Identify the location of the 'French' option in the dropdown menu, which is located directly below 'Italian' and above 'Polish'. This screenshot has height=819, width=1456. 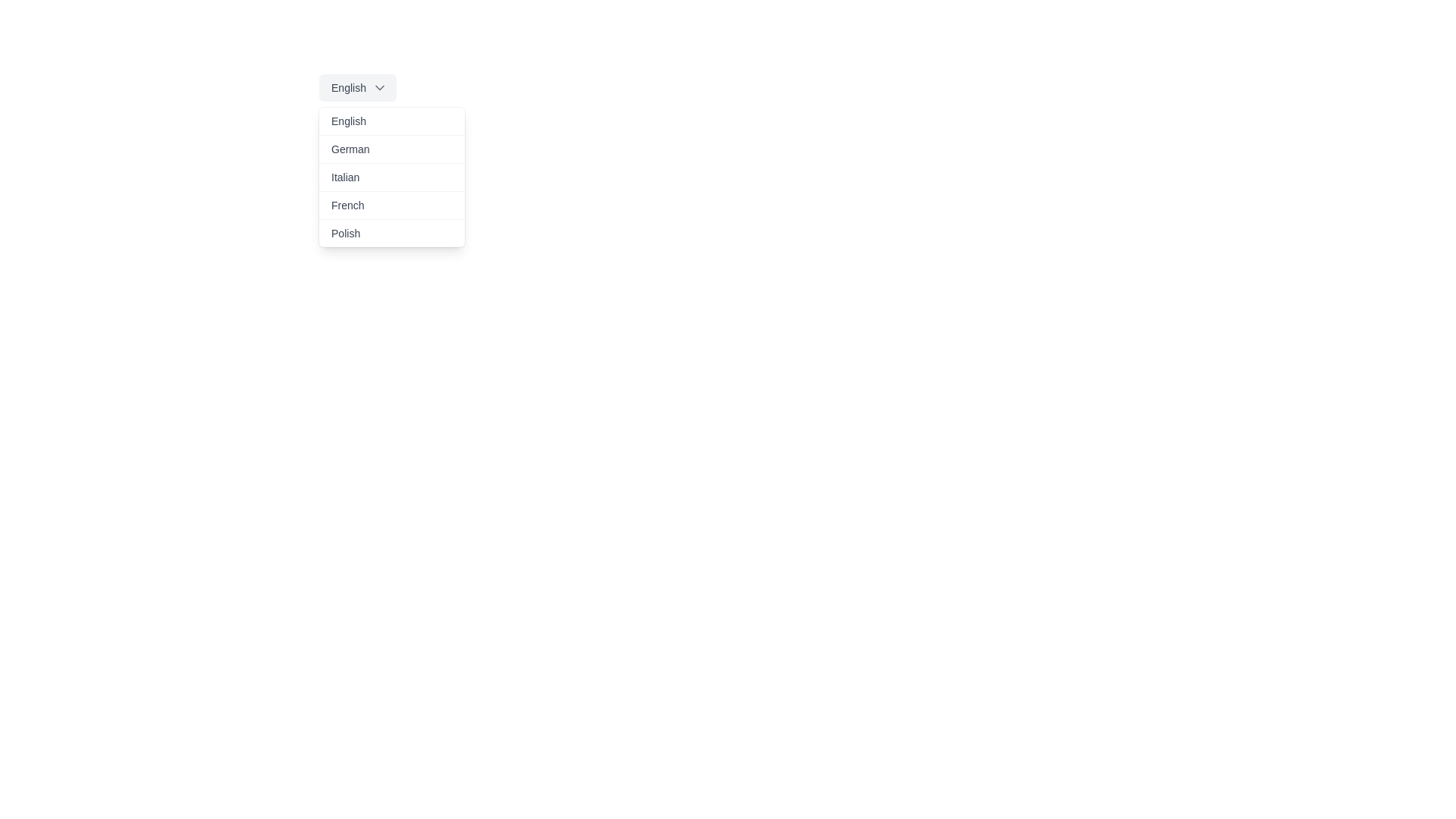
(392, 205).